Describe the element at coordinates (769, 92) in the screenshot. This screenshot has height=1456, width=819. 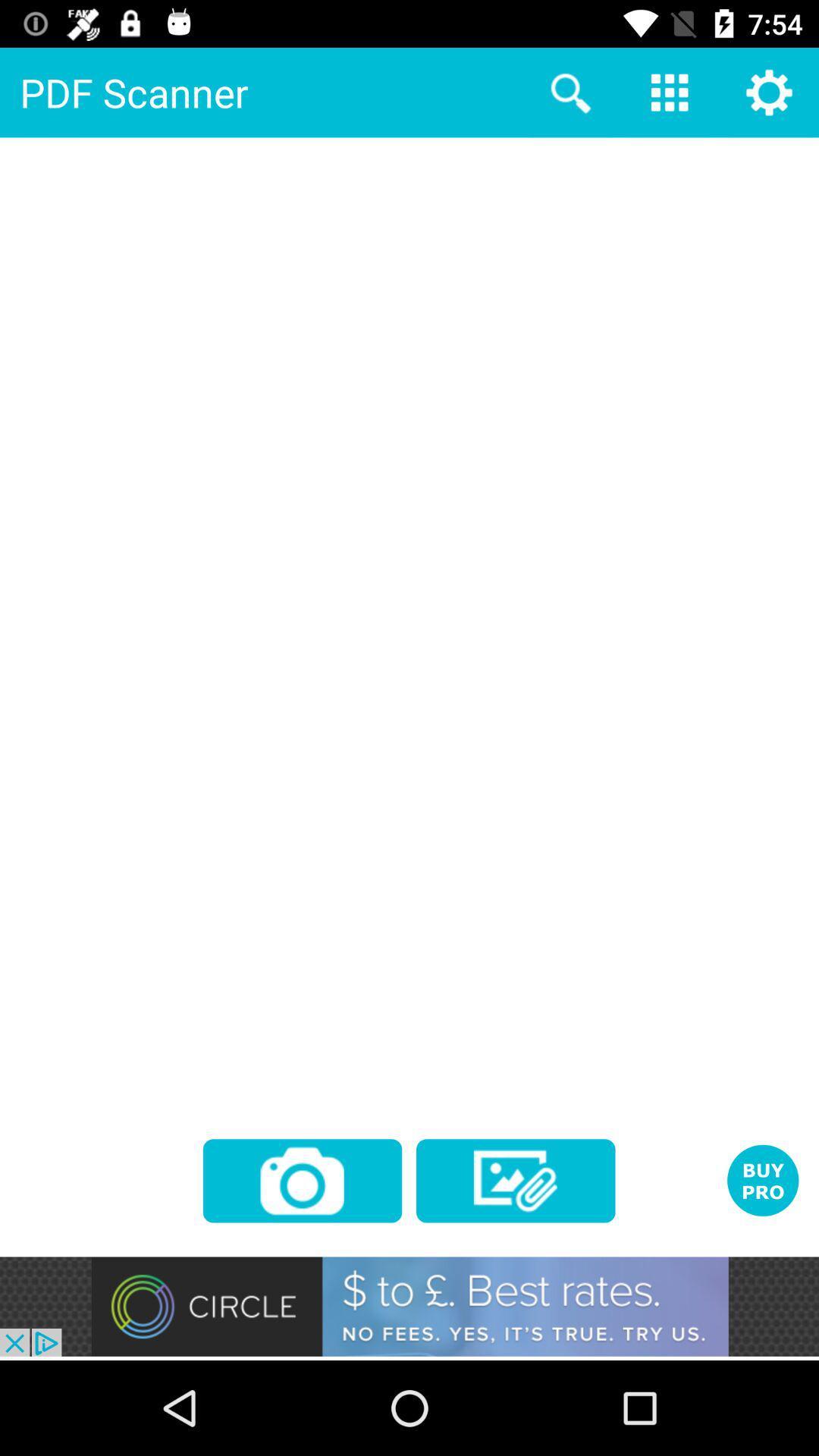
I see `the settings icon` at that location.